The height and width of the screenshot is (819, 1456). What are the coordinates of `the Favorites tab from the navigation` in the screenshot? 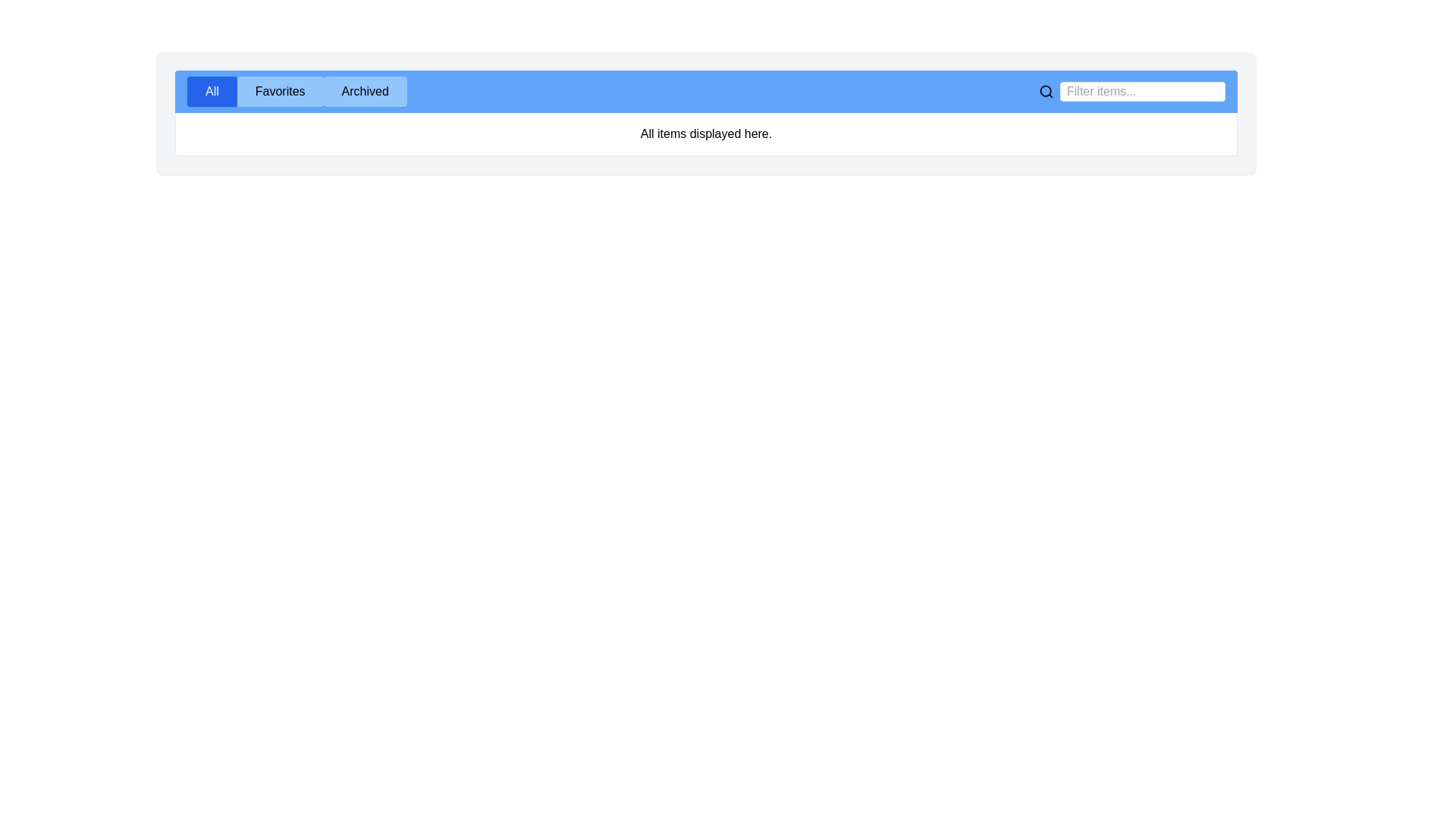 It's located at (280, 91).